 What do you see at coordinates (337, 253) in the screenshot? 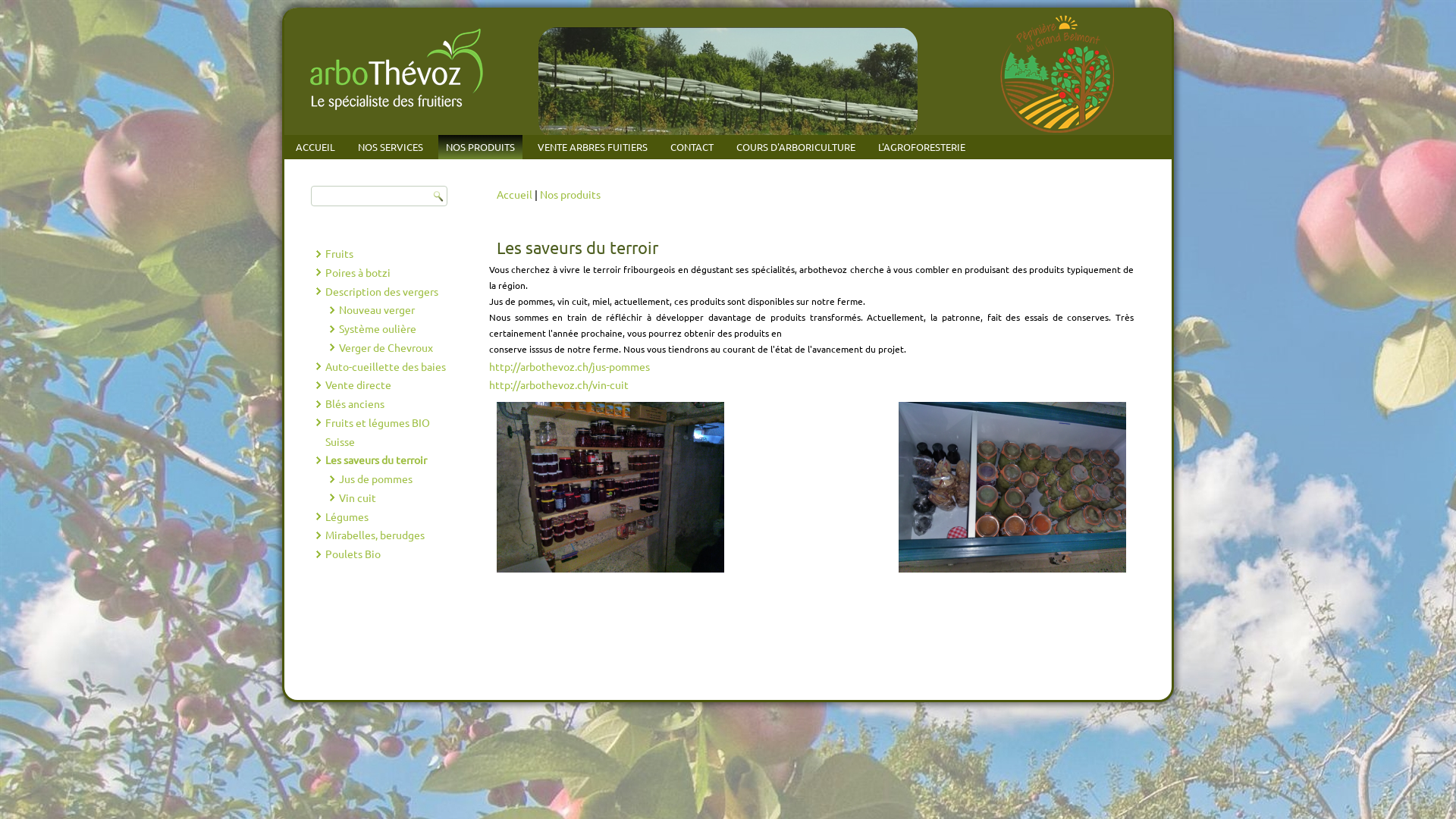
I see `'Fruits'` at bounding box center [337, 253].